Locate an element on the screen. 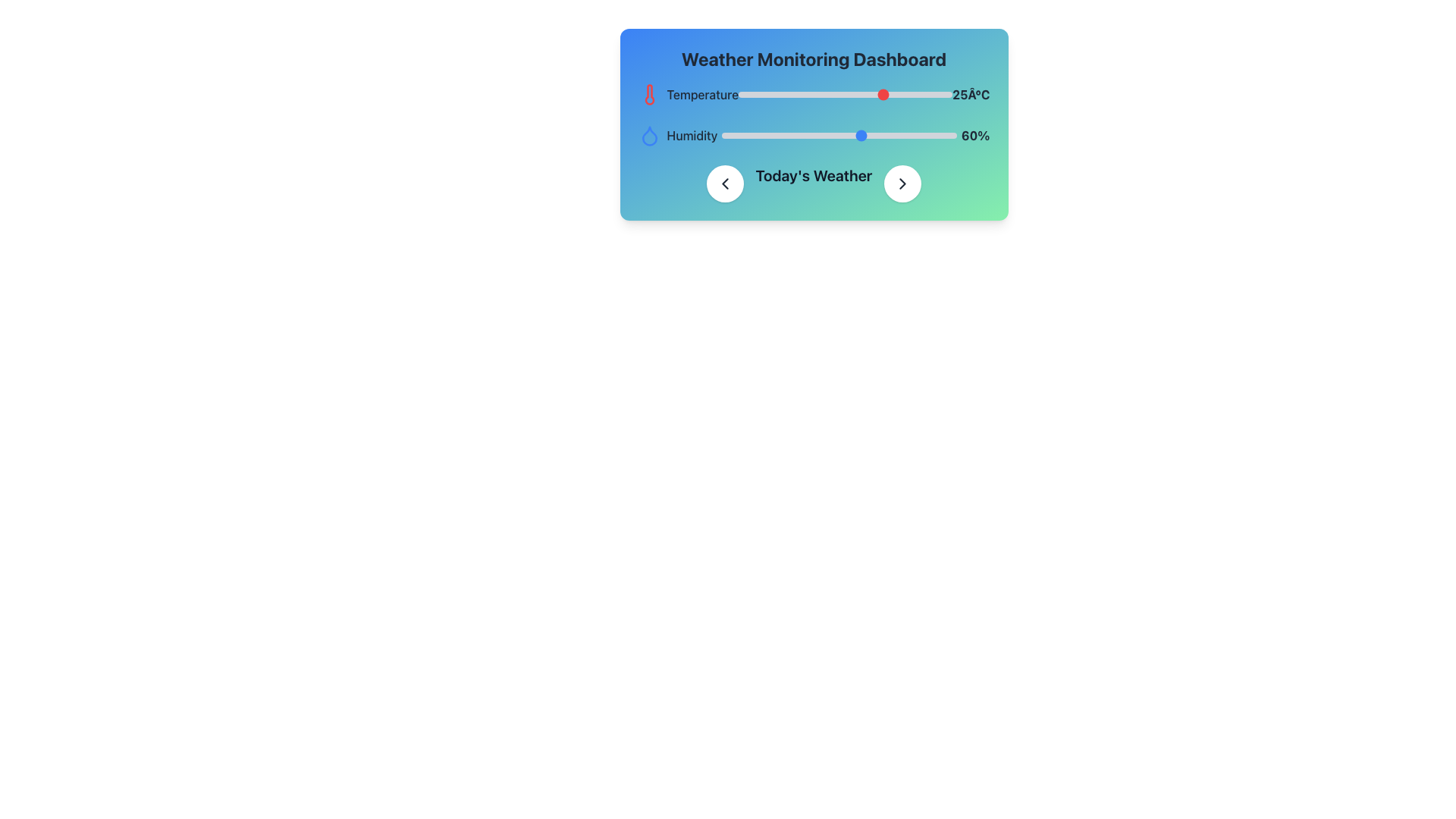  the section title label that indicates today's weather conditions, located within the weather summary panel, beneath the temperature and humidity display bars is located at coordinates (813, 183).